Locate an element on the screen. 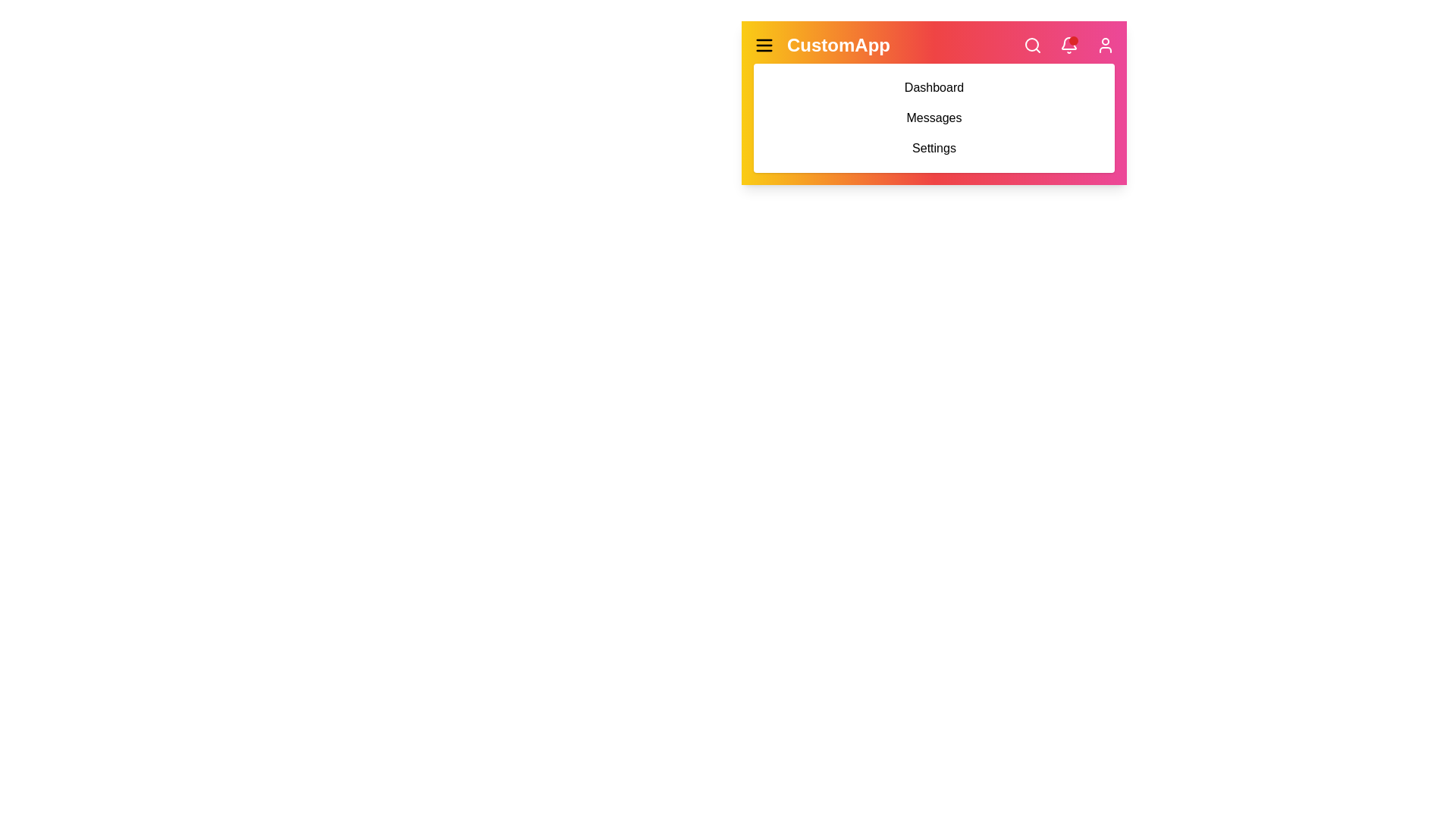 The height and width of the screenshot is (819, 1456). the menu item Settings from the options 'Dashboard', 'Messages', and 'Settings' is located at coordinates (934, 149).